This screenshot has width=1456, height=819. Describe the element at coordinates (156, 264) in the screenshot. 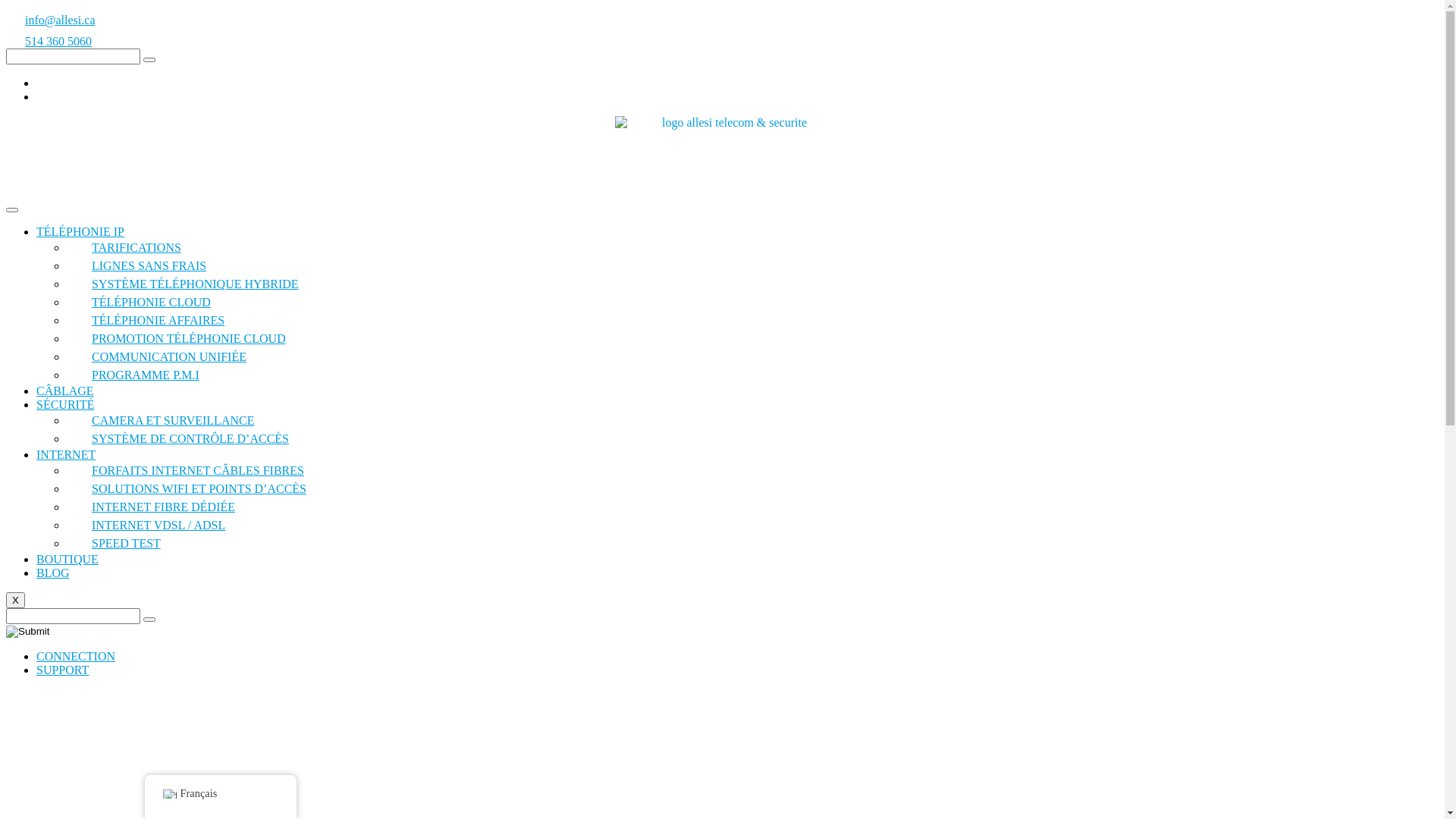

I see `'LIGNES SANS FRAIS'` at that location.